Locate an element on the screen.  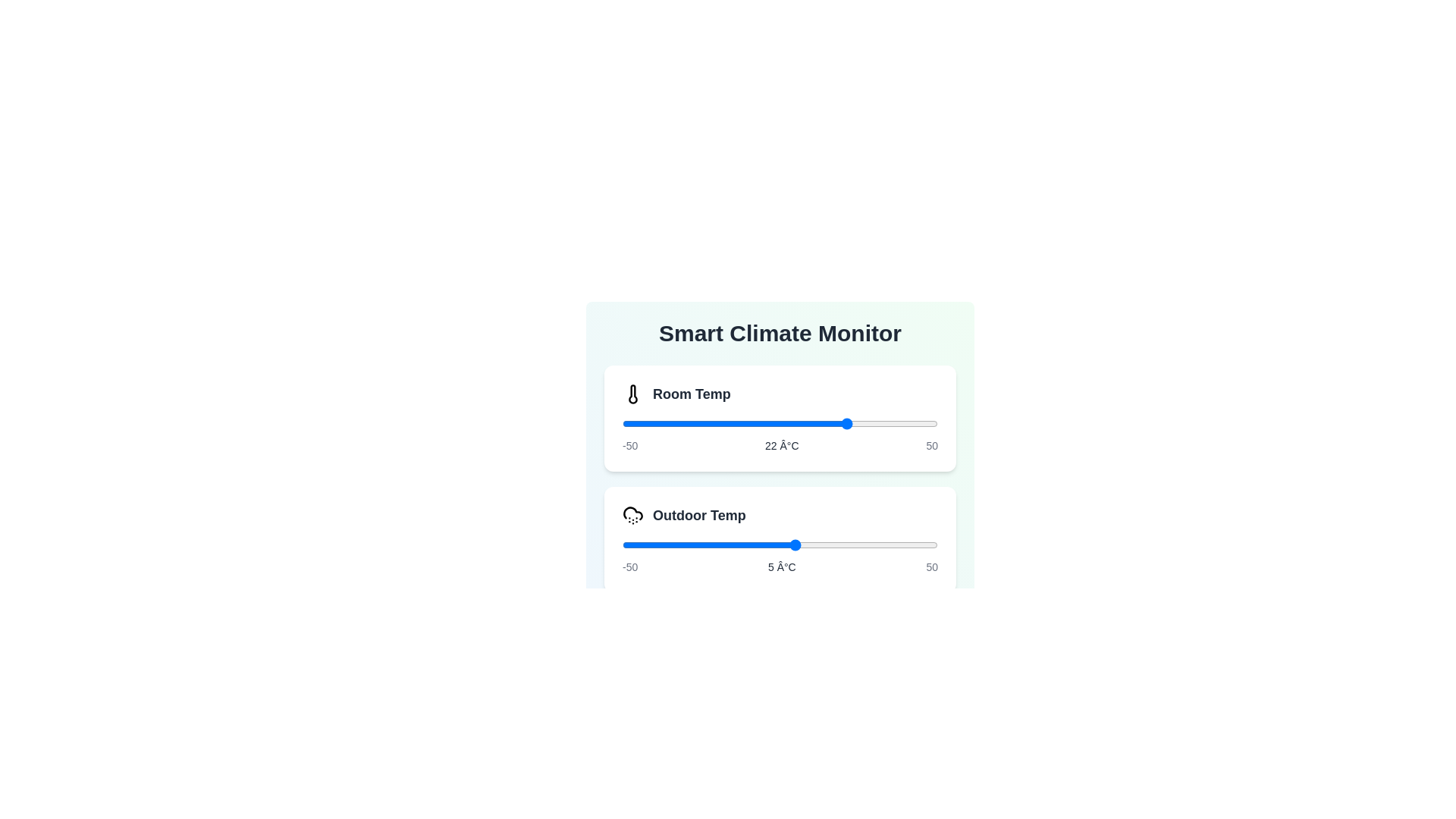
the icon representing 'Room Temp' is located at coordinates (633, 394).